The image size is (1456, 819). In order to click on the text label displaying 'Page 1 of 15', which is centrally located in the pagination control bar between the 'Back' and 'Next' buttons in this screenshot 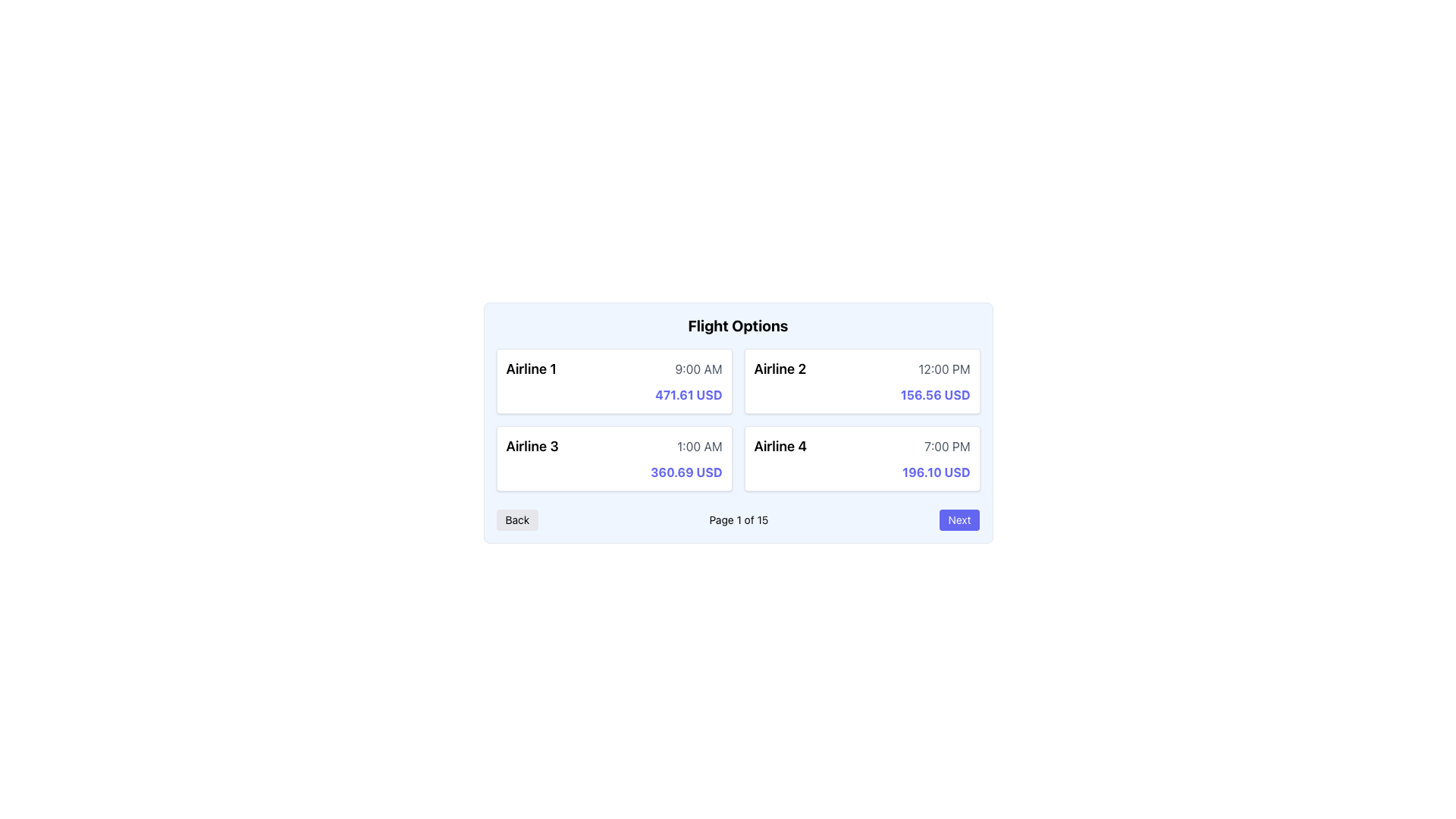, I will do `click(739, 519)`.